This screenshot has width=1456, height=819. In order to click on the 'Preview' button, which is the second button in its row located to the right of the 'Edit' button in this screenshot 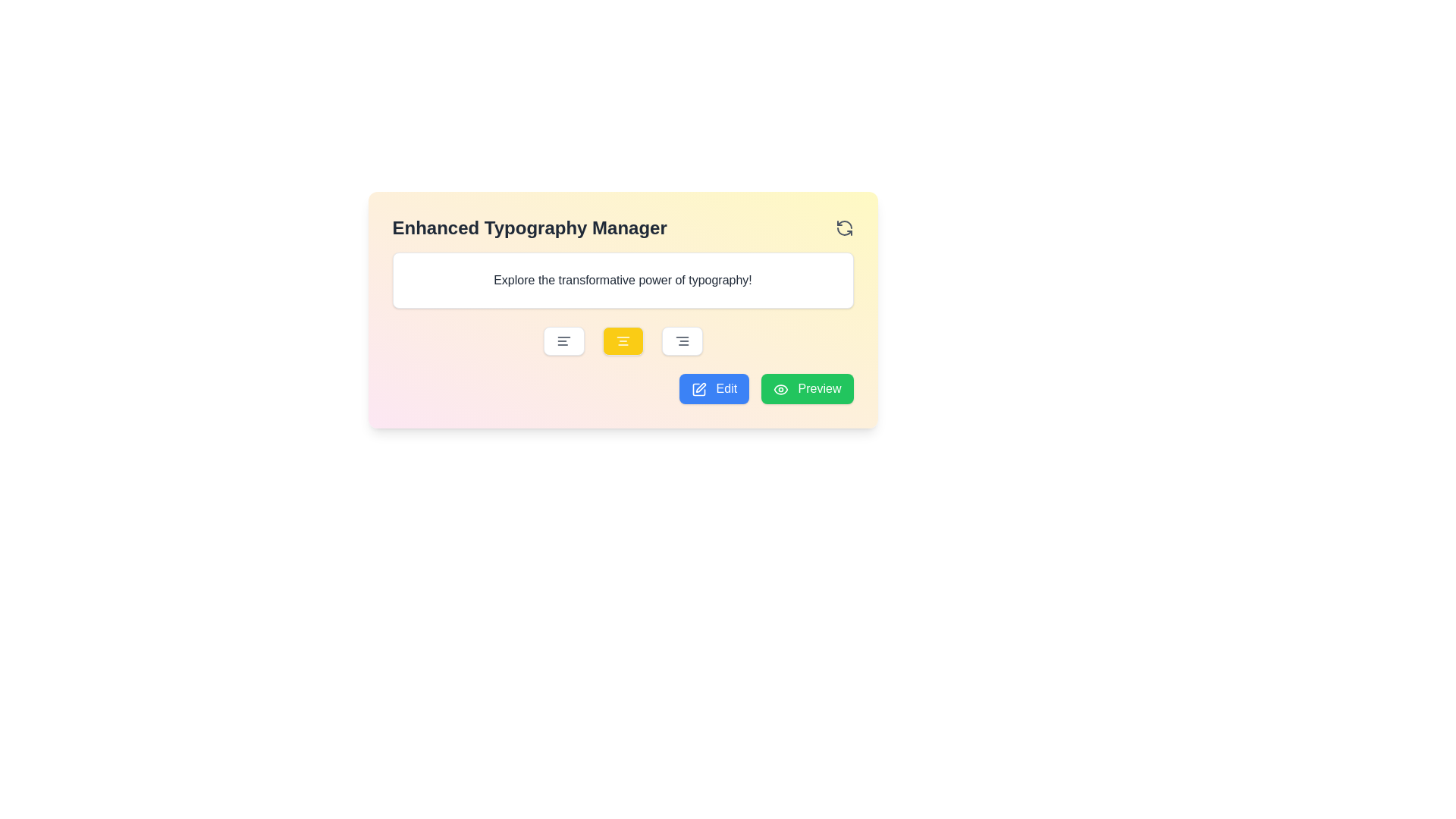, I will do `click(806, 388)`.